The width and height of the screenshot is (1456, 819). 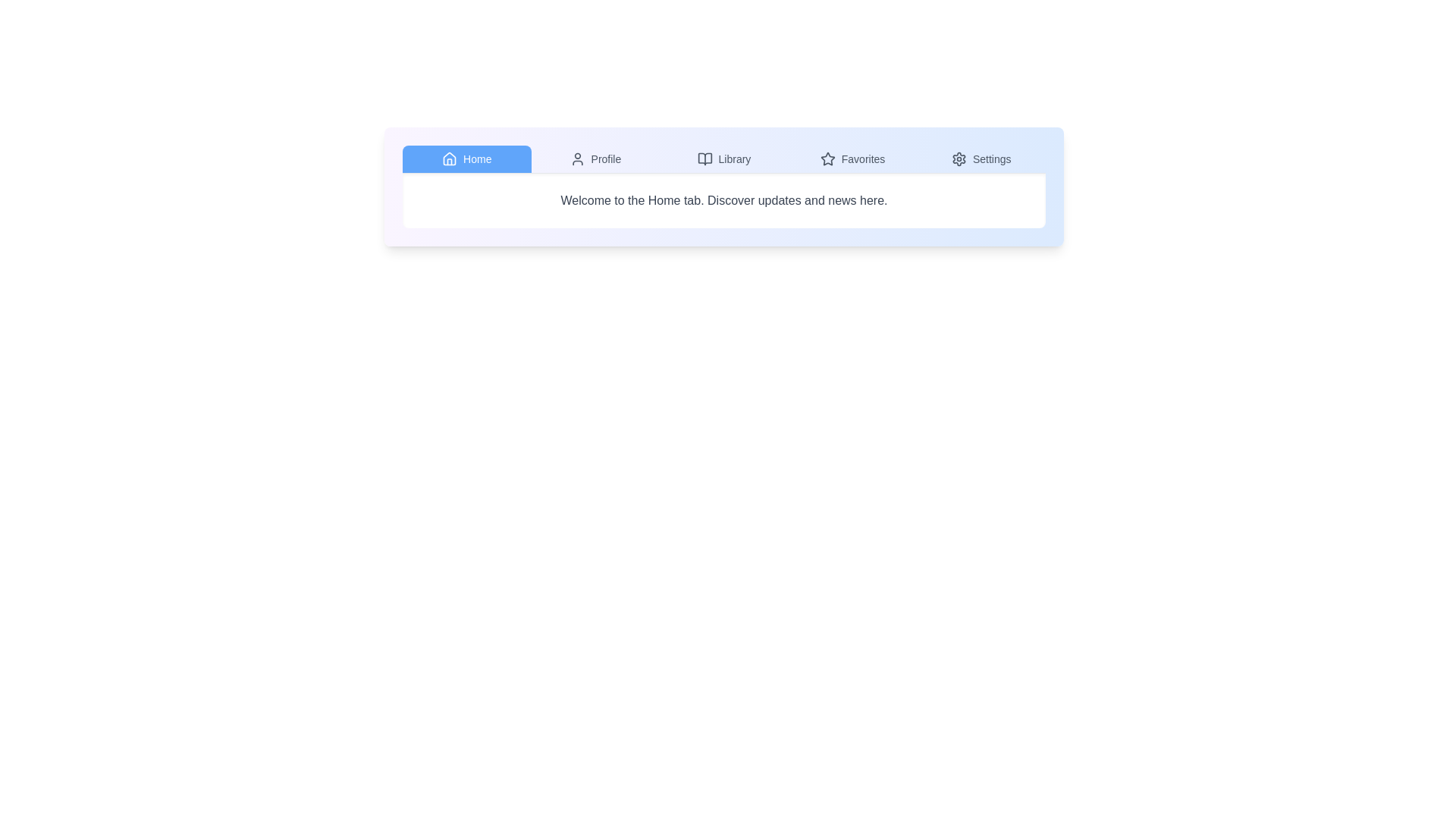 What do you see at coordinates (981, 158) in the screenshot?
I see `the settings button located at the far right of the horizontal navigation bar` at bounding box center [981, 158].